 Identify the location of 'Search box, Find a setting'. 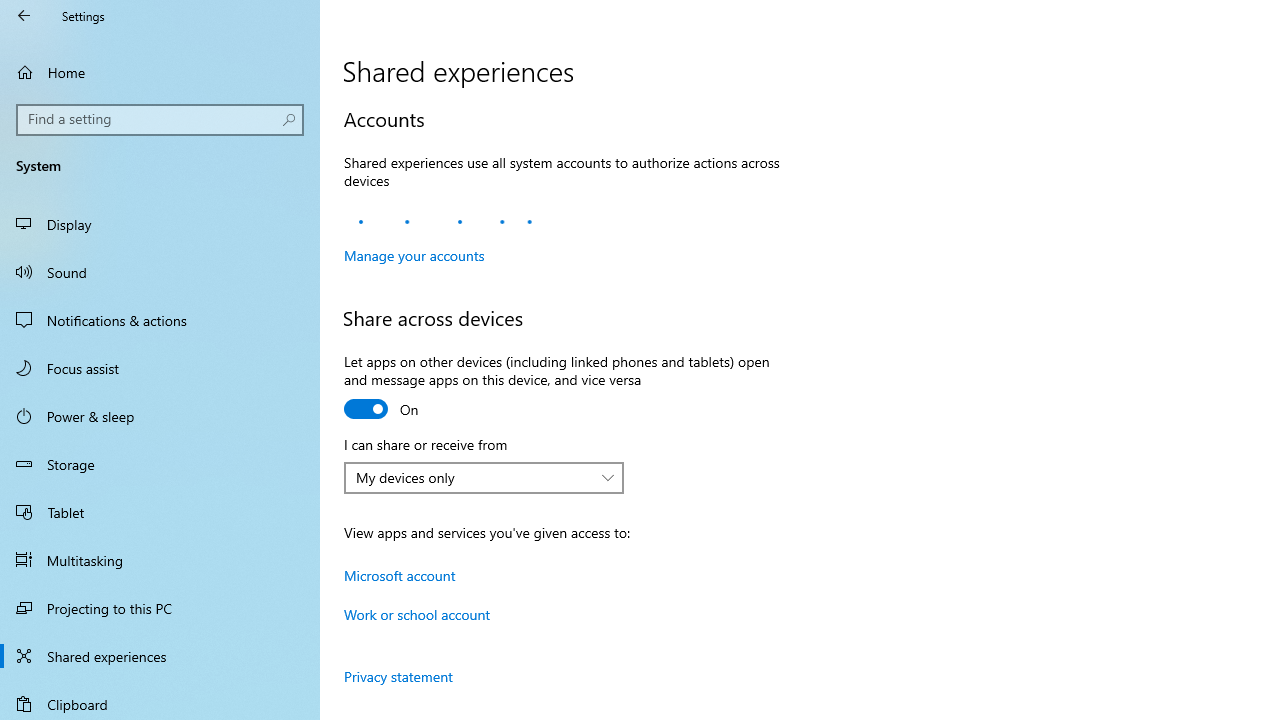
(160, 119).